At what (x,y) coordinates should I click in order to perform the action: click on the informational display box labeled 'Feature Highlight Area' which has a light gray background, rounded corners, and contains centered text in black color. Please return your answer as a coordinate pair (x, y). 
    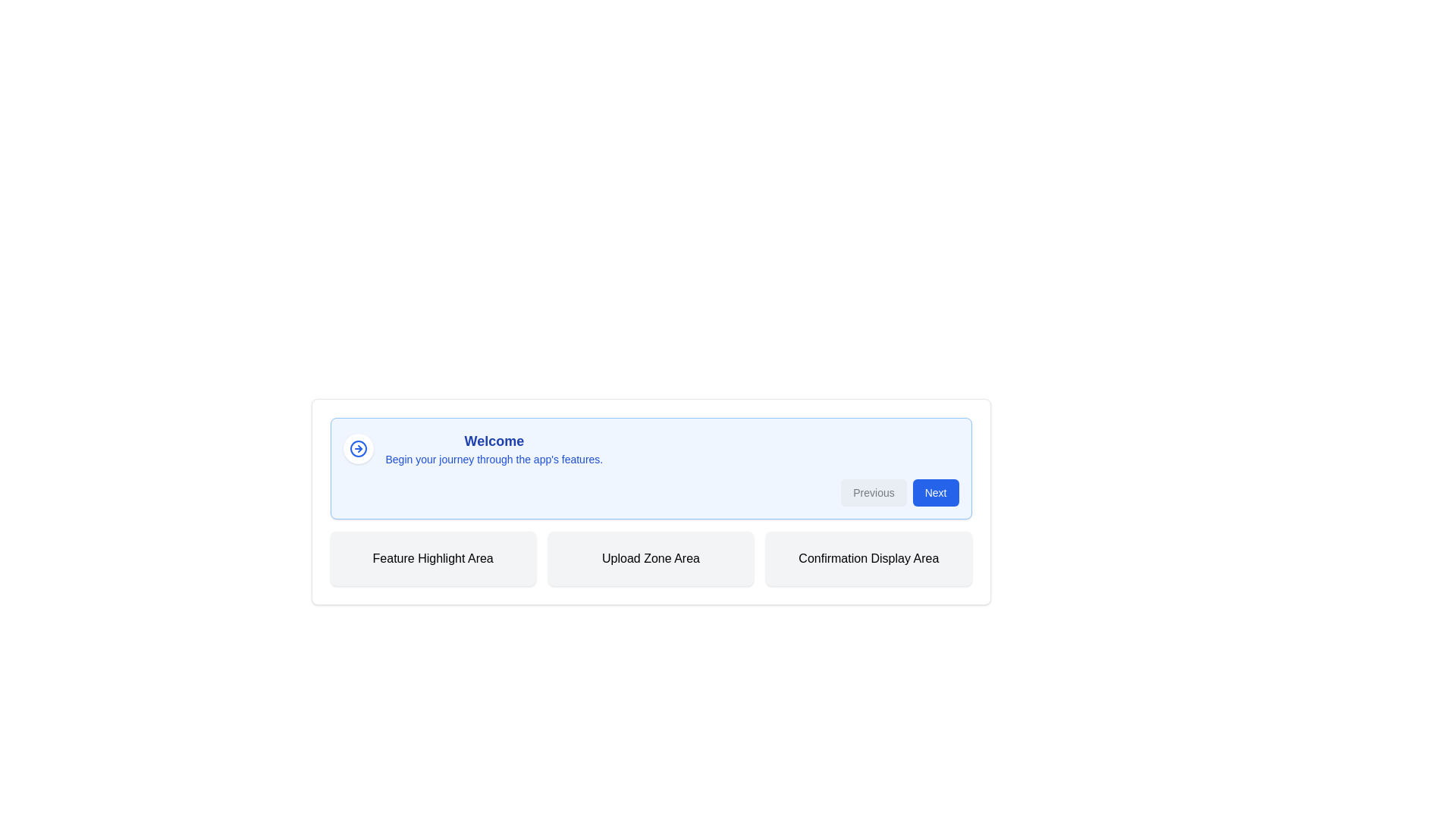
    Looking at the image, I should click on (432, 558).